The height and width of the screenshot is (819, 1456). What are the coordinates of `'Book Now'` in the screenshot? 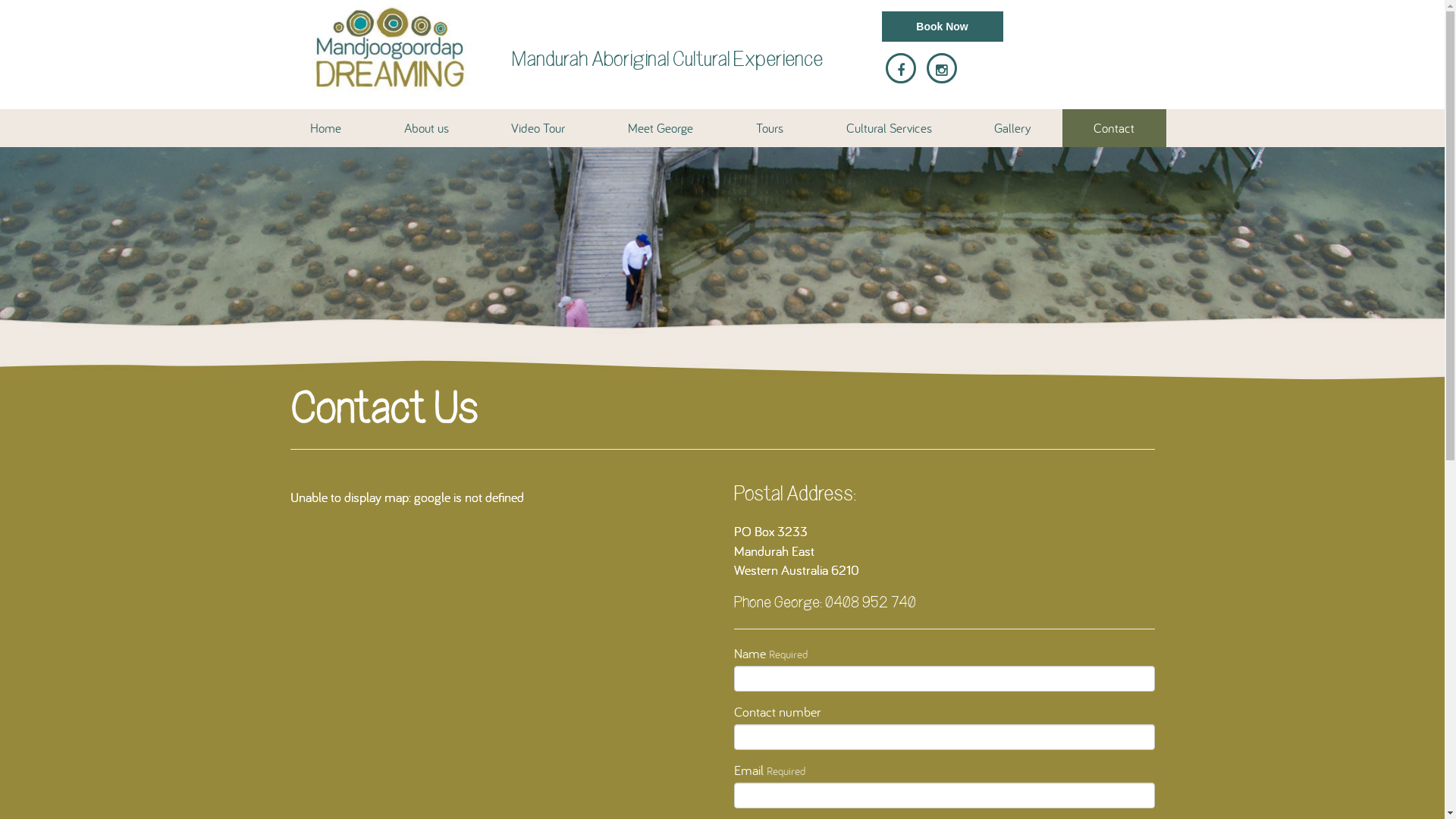 It's located at (941, 26).